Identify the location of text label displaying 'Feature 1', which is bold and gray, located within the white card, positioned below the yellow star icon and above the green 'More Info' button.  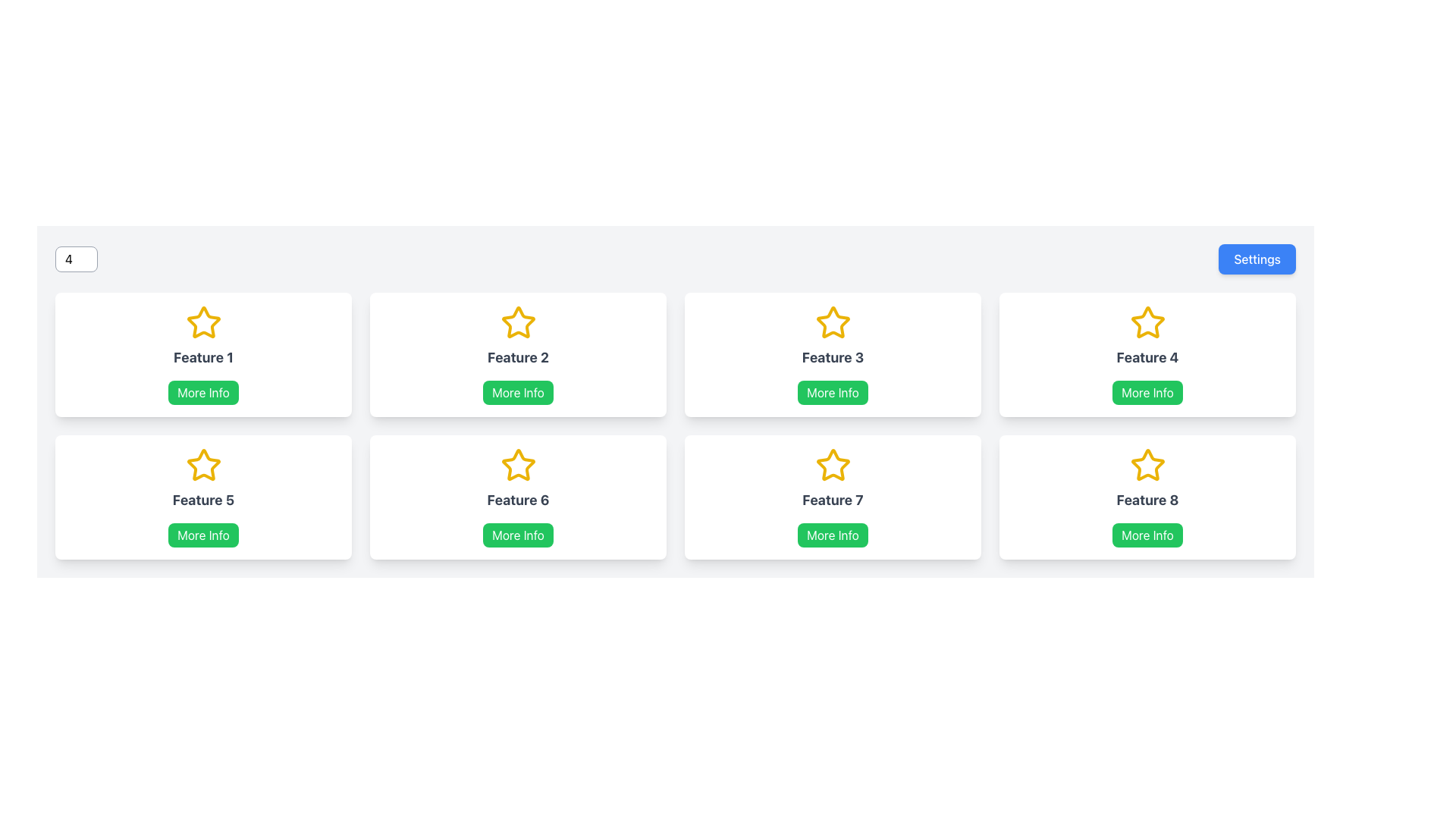
(202, 357).